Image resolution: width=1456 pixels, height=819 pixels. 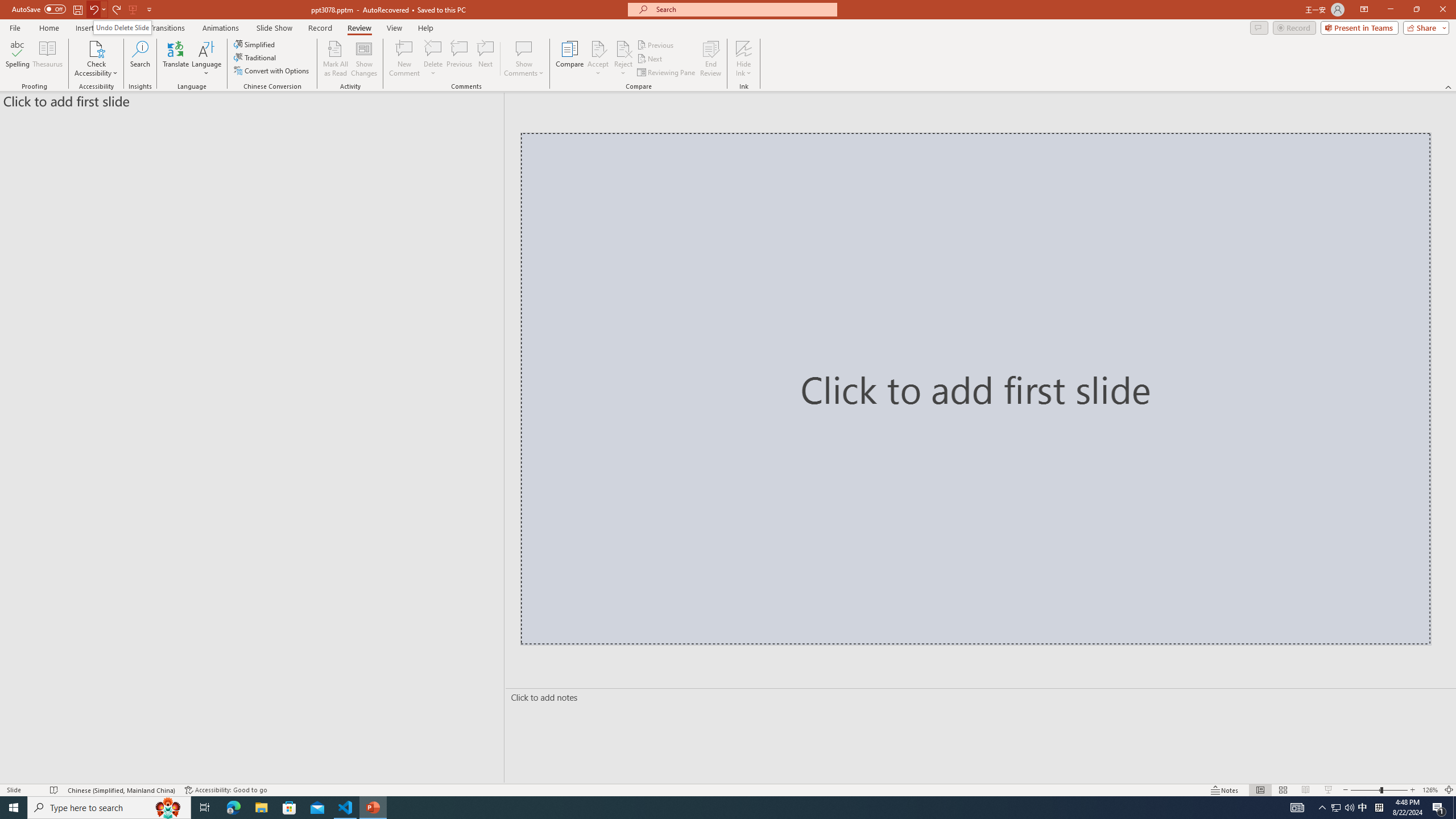 I want to click on 'Simplified', so click(x=255, y=44).